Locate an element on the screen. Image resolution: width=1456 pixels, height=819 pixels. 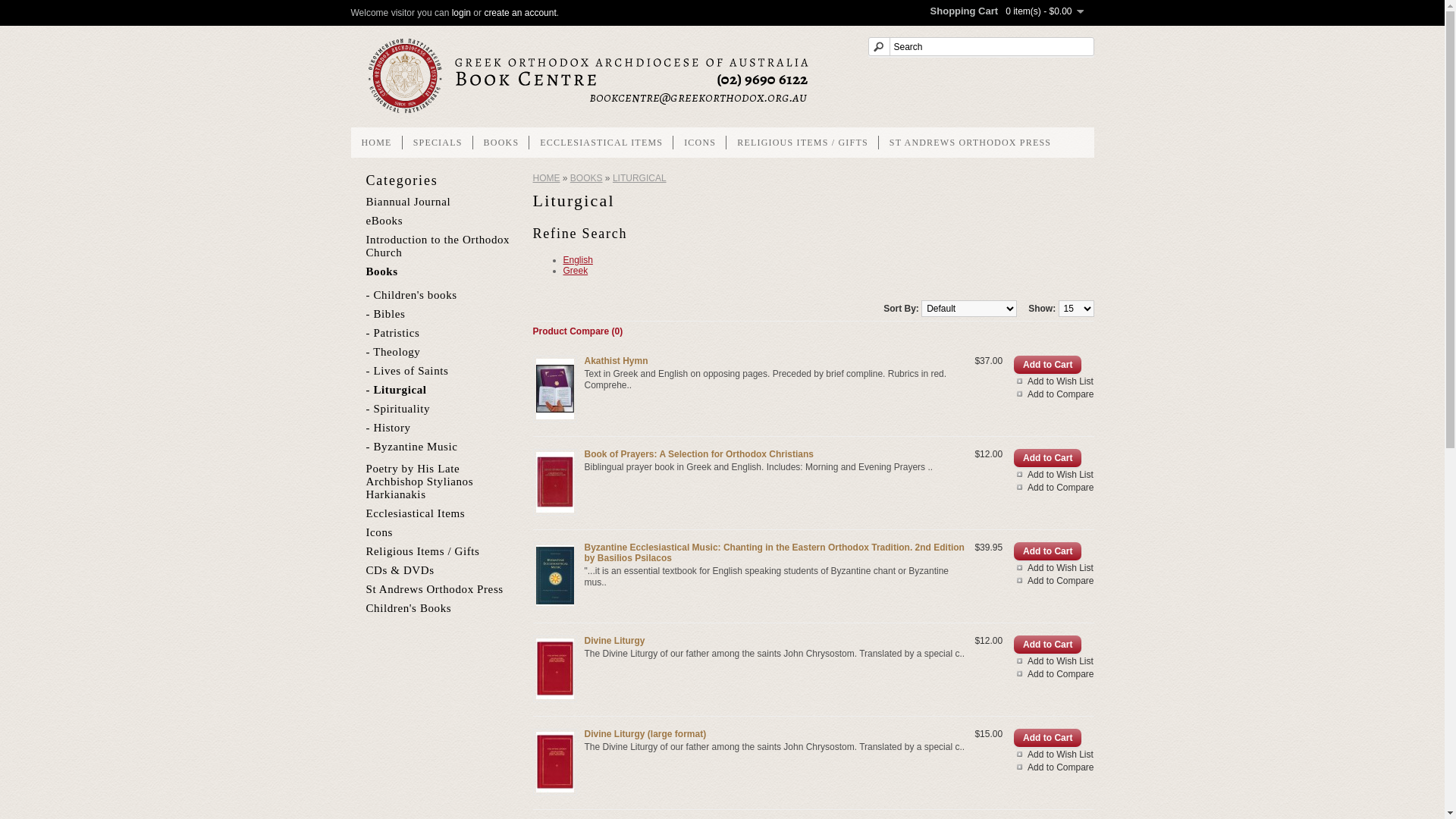
'Children's Books' is located at coordinates (408, 607).